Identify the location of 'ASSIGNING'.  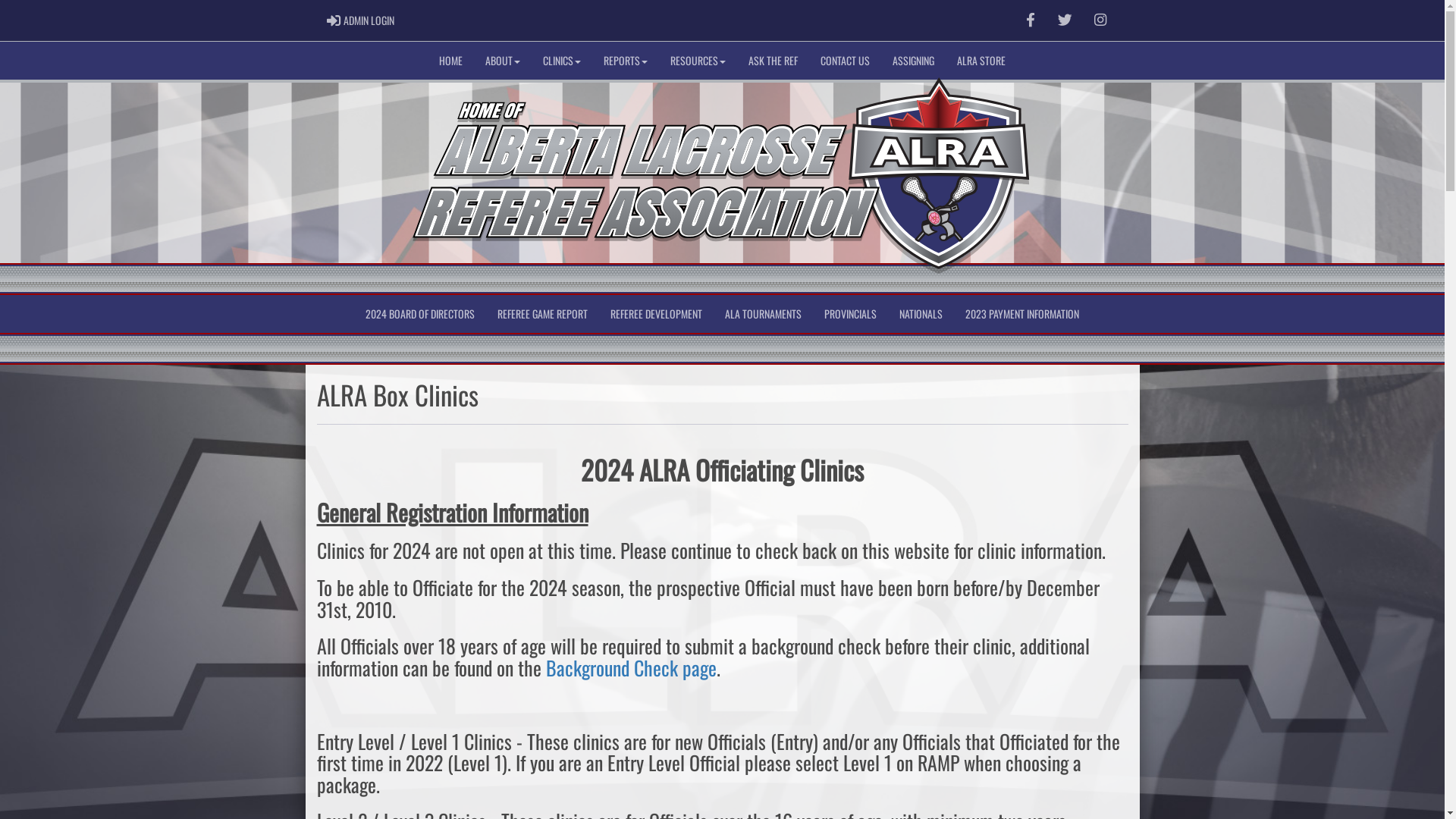
(912, 60).